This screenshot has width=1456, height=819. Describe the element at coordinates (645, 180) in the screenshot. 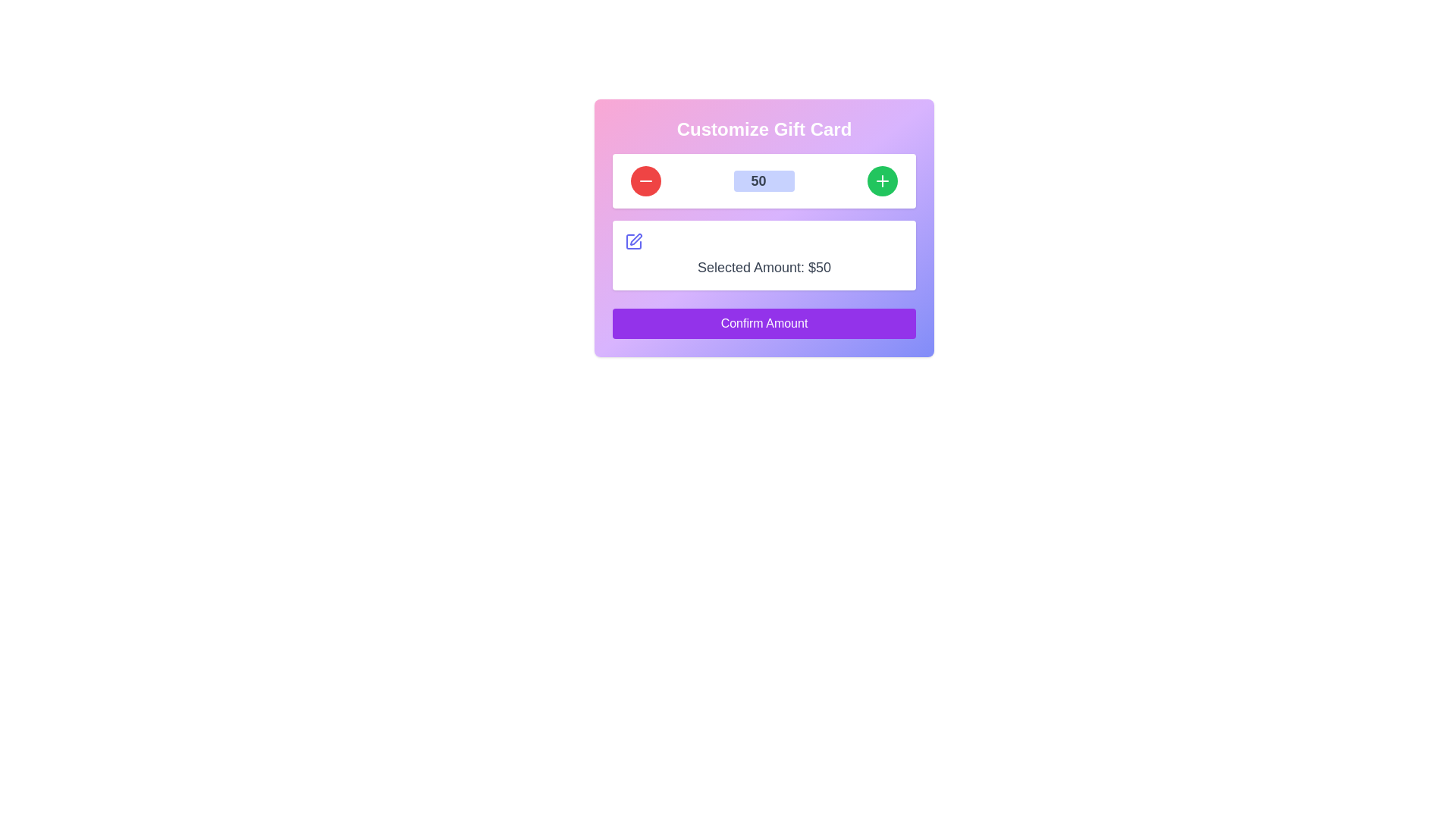

I see `the button that decreases the numeric value of the adjacent input field, located on the left side of a horizontal layout within a card component` at that location.